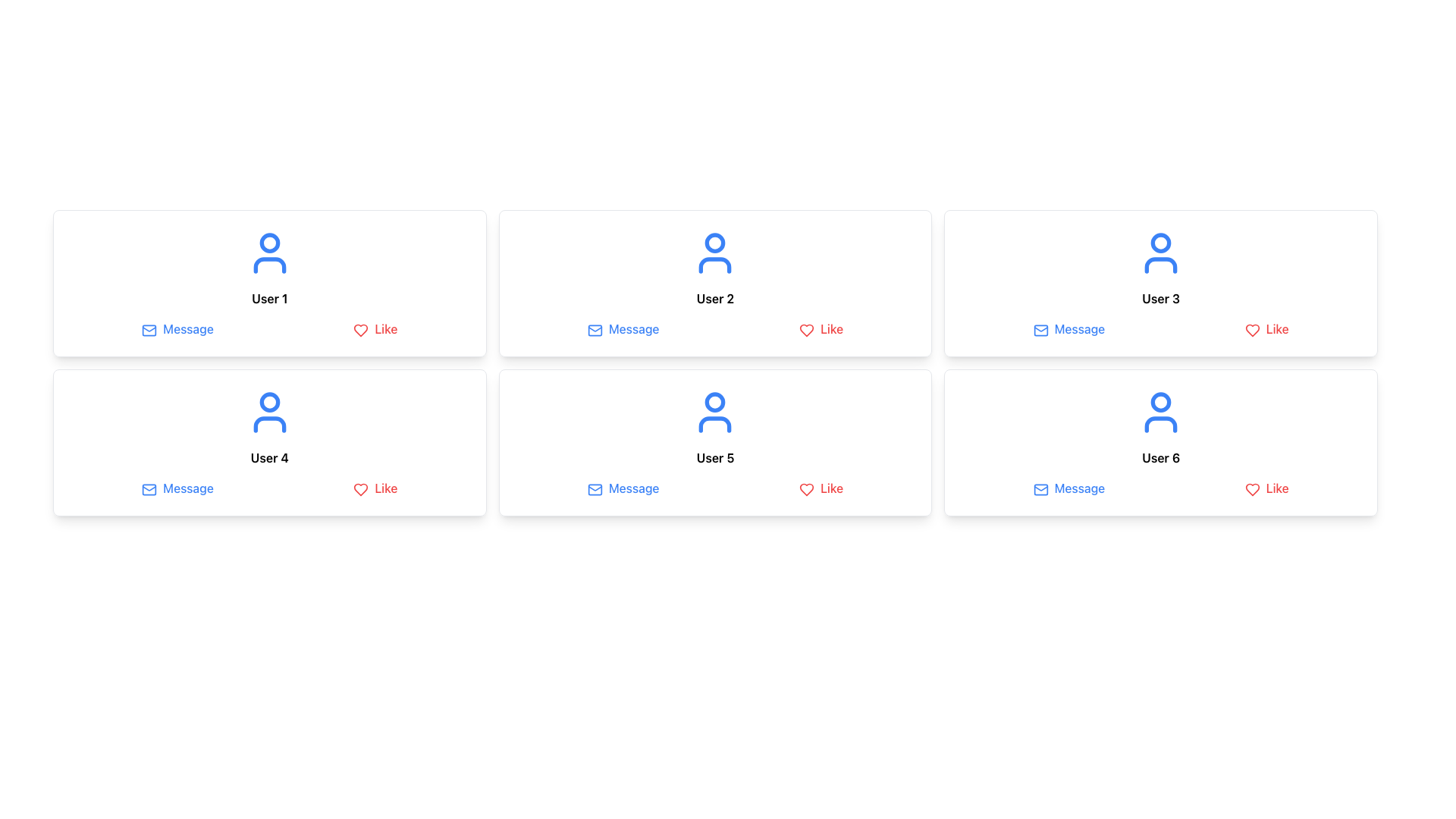 The width and height of the screenshot is (1456, 819). I want to click on the outline of the shoulders and upper part of the user's torso depicted in blue stroke within the 'User 4' card, so click(269, 424).